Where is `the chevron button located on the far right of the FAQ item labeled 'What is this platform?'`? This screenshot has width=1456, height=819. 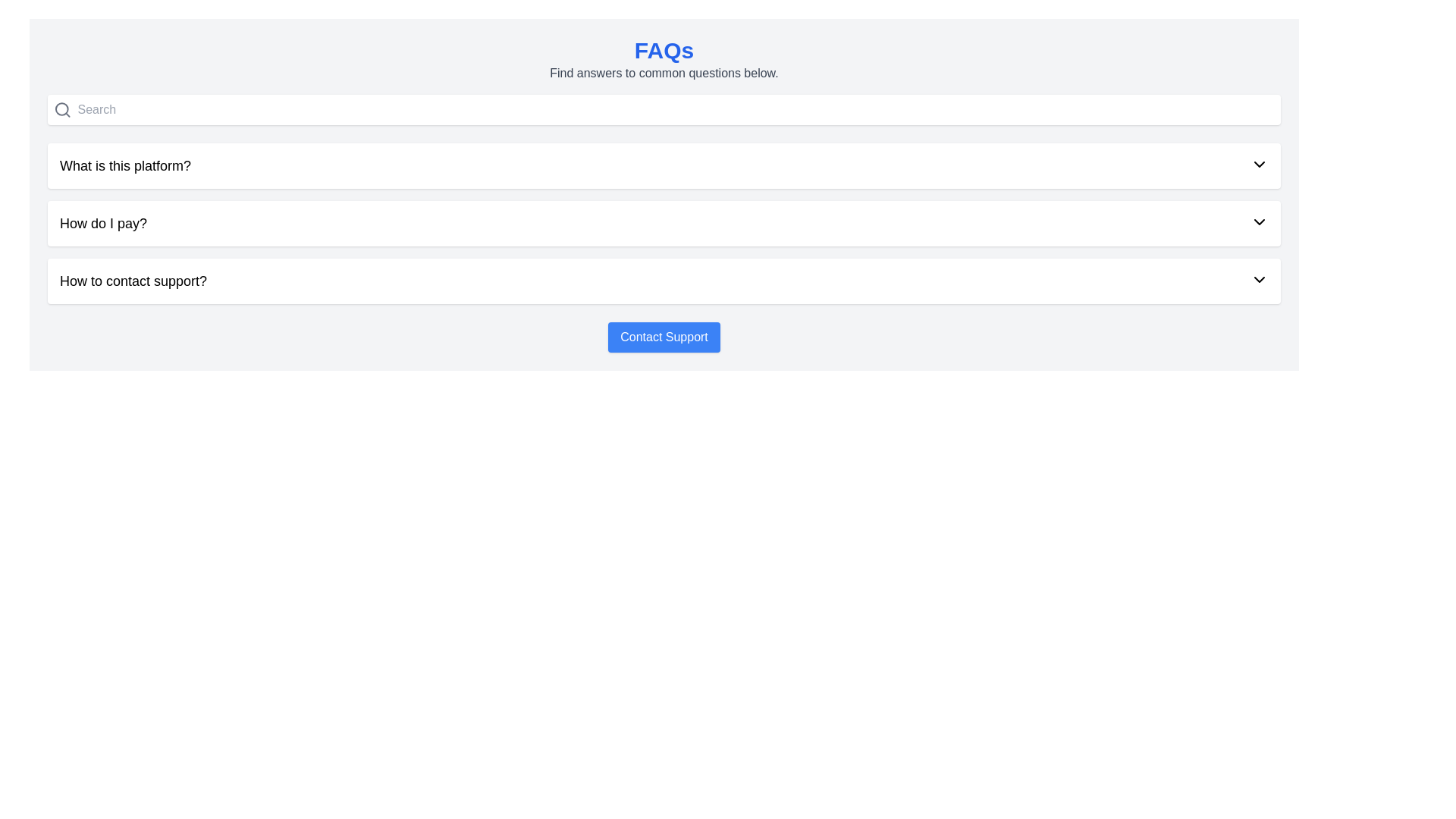
the chevron button located on the far right of the FAQ item labeled 'What is this platform?' is located at coordinates (1259, 164).